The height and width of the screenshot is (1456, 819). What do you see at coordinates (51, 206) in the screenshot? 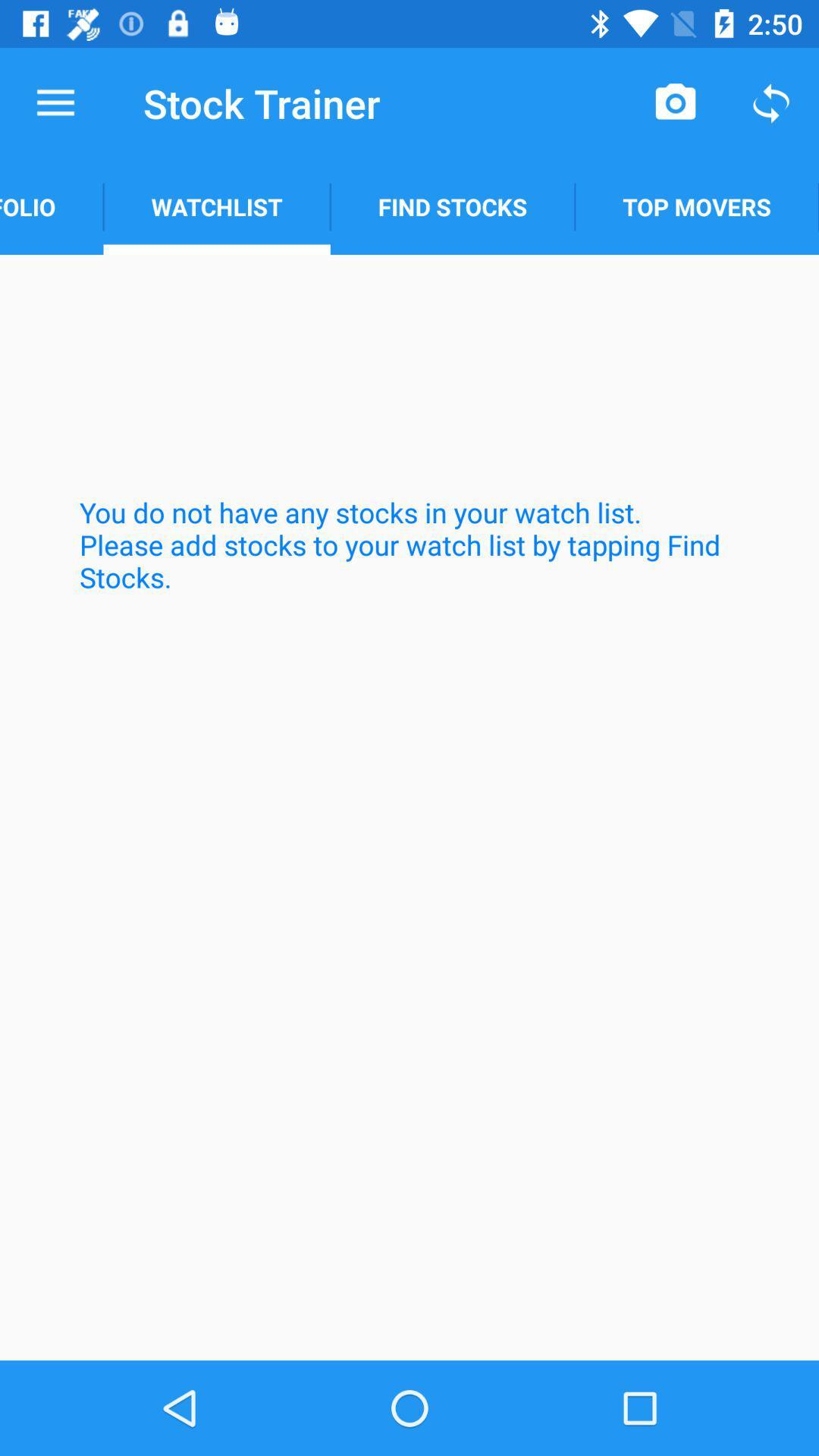
I see `the portfolio app` at bounding box center [51, 206].